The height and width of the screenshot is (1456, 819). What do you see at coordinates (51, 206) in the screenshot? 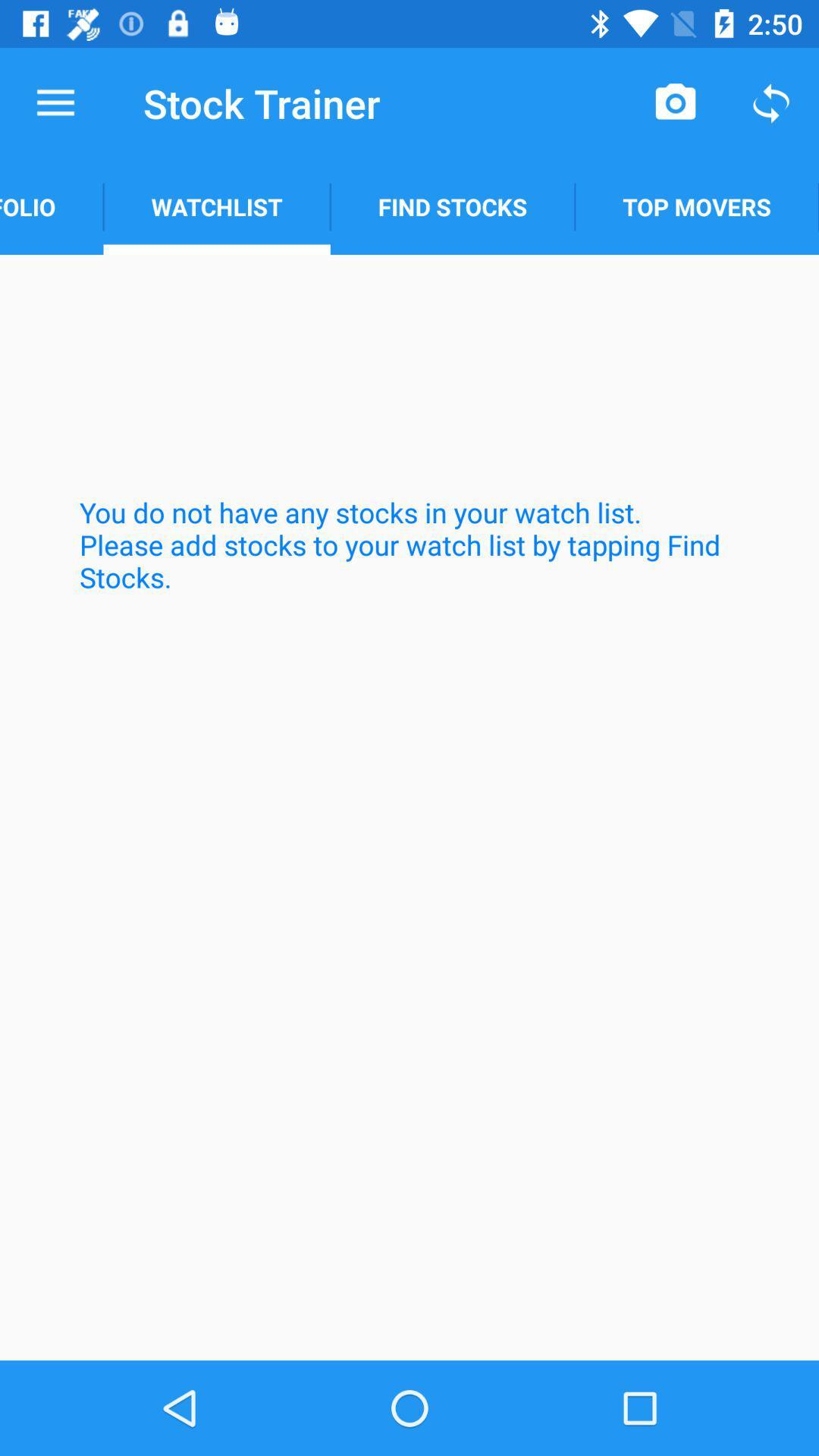
I see `the portfolio app` at bounding box center [51, 206].